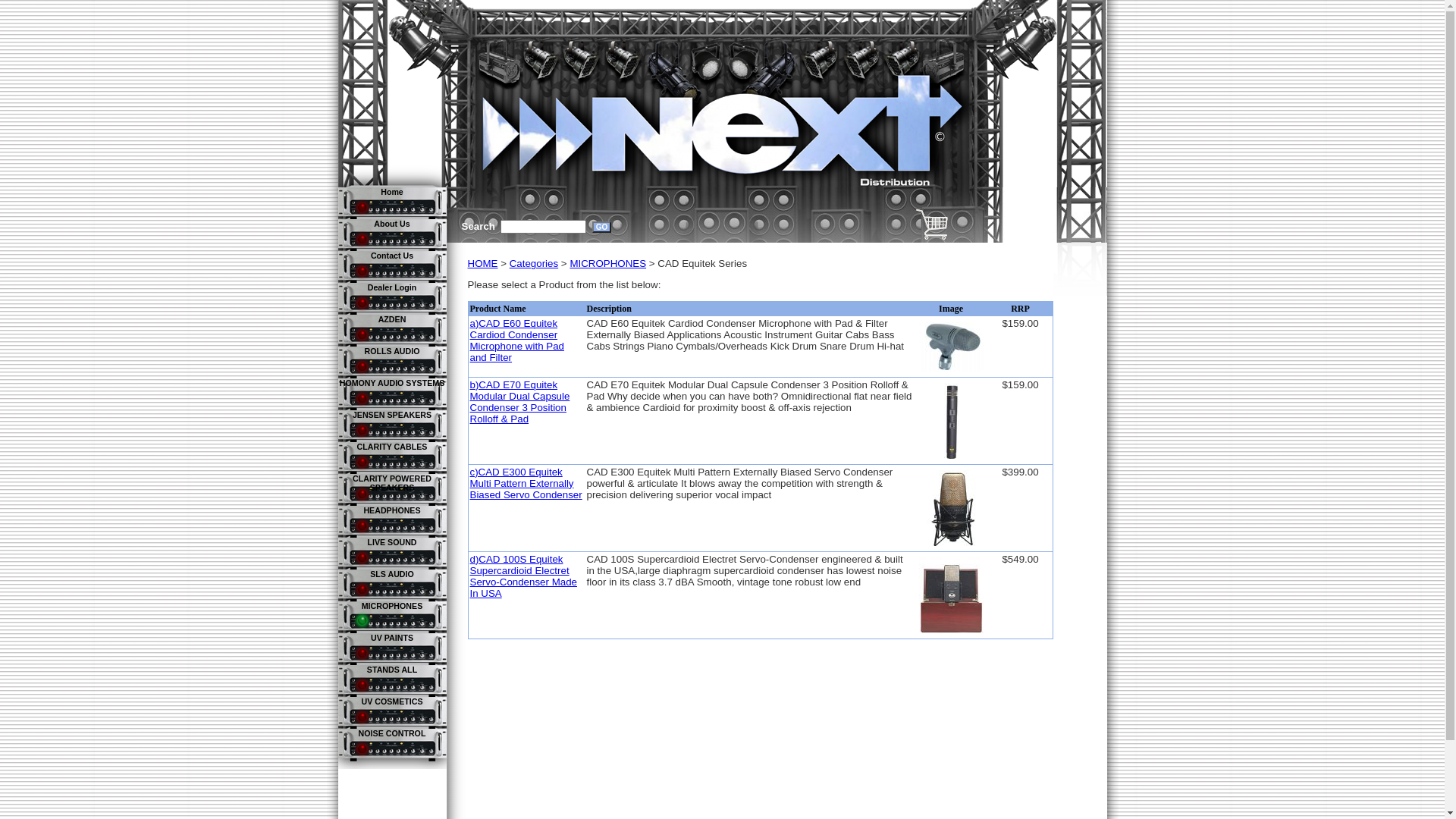 The image size is (1456, 819). I want to click on 'CLARITY CABLES', so click(392, 446).